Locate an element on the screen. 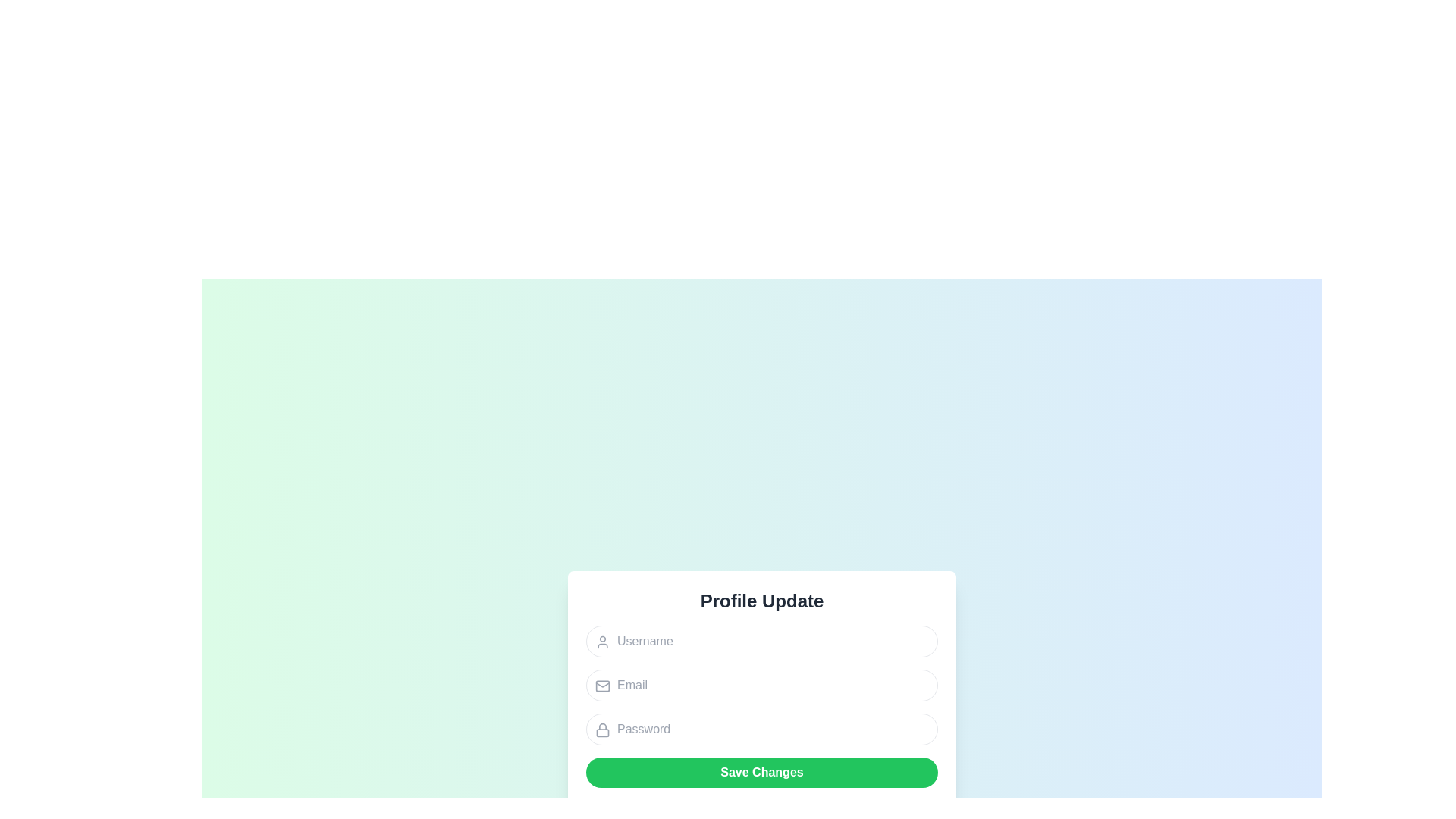 Image resolution: width=1456 pixels, height=819 pixels. the password input box, which is the third input element in the form, securely allowing the user to input their password is located at coordinates (761, 728).